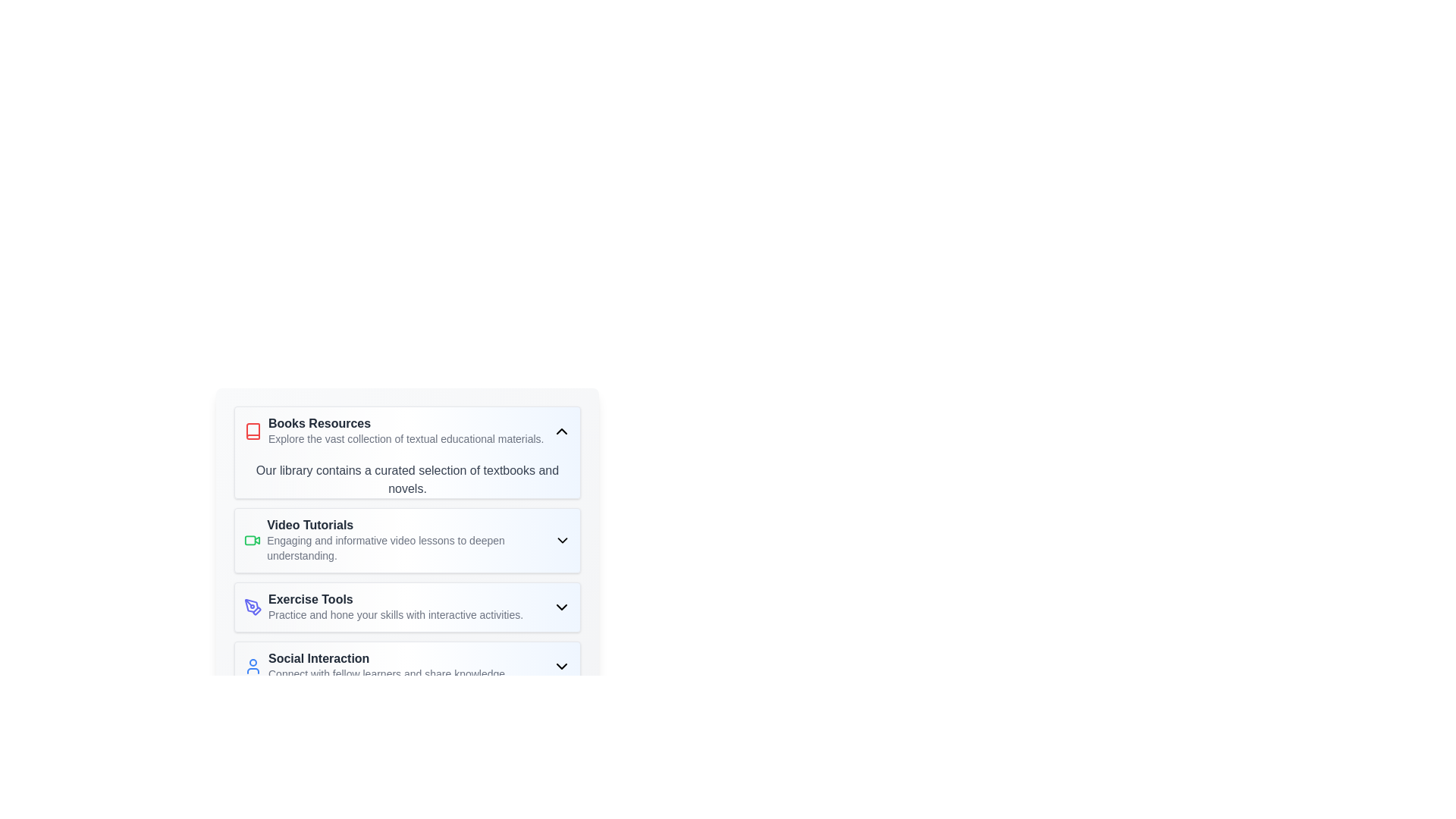  What do you see at coordinates (384, 607) in the screenshot?
I see `the 'Exercise Tools' header element, which features a blue icon on the left and contains the text 'Exercise Tools' and subtext 'Practice and hone your skills with interactive activities.'` at bounding box center [384, 607].